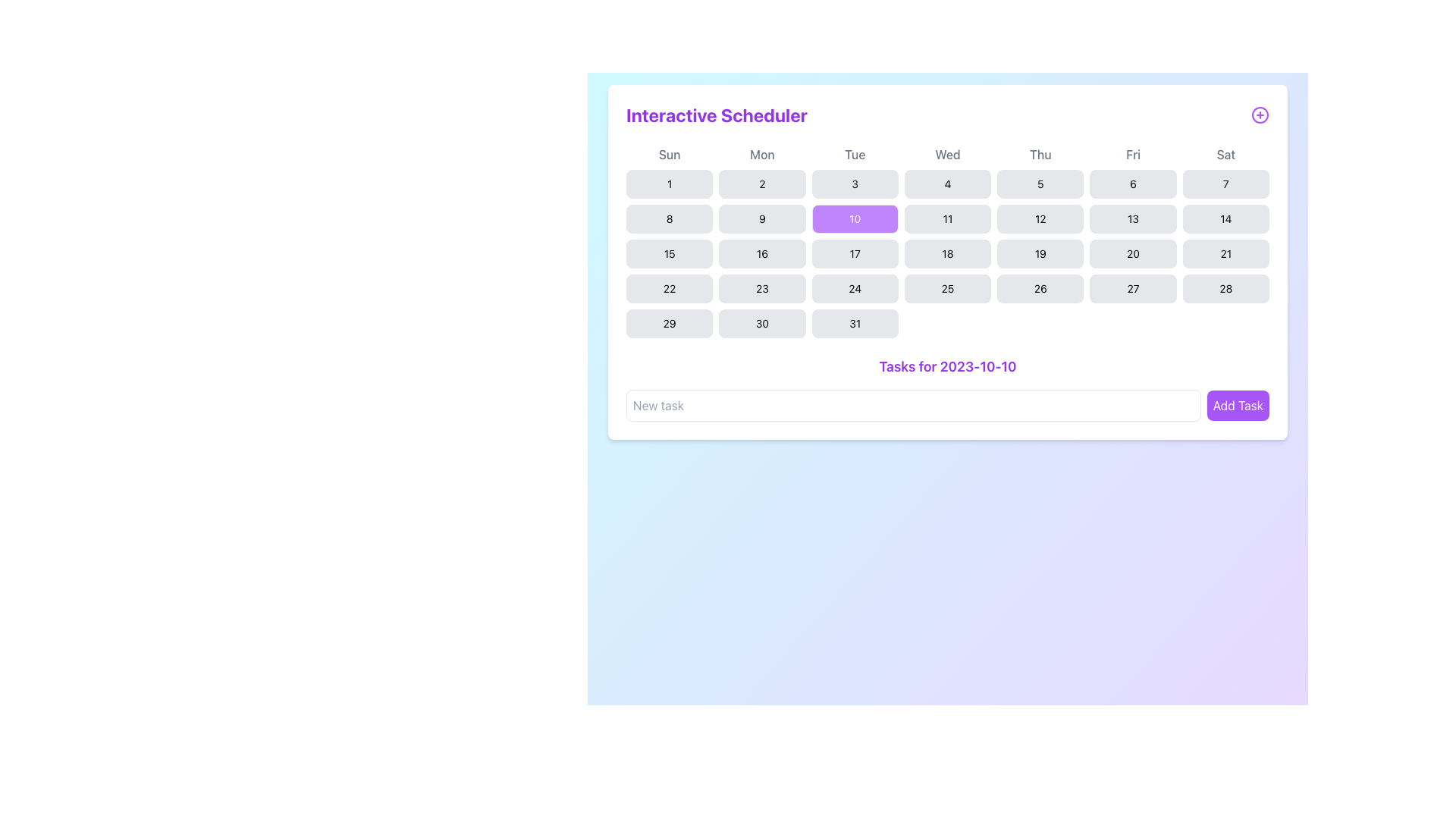 This screenshot has width=1456, height=819. Describe the element at coordinates (855, 323) in the screenshot. I see `the button representing the date '31' in the calendar interface` at that location.